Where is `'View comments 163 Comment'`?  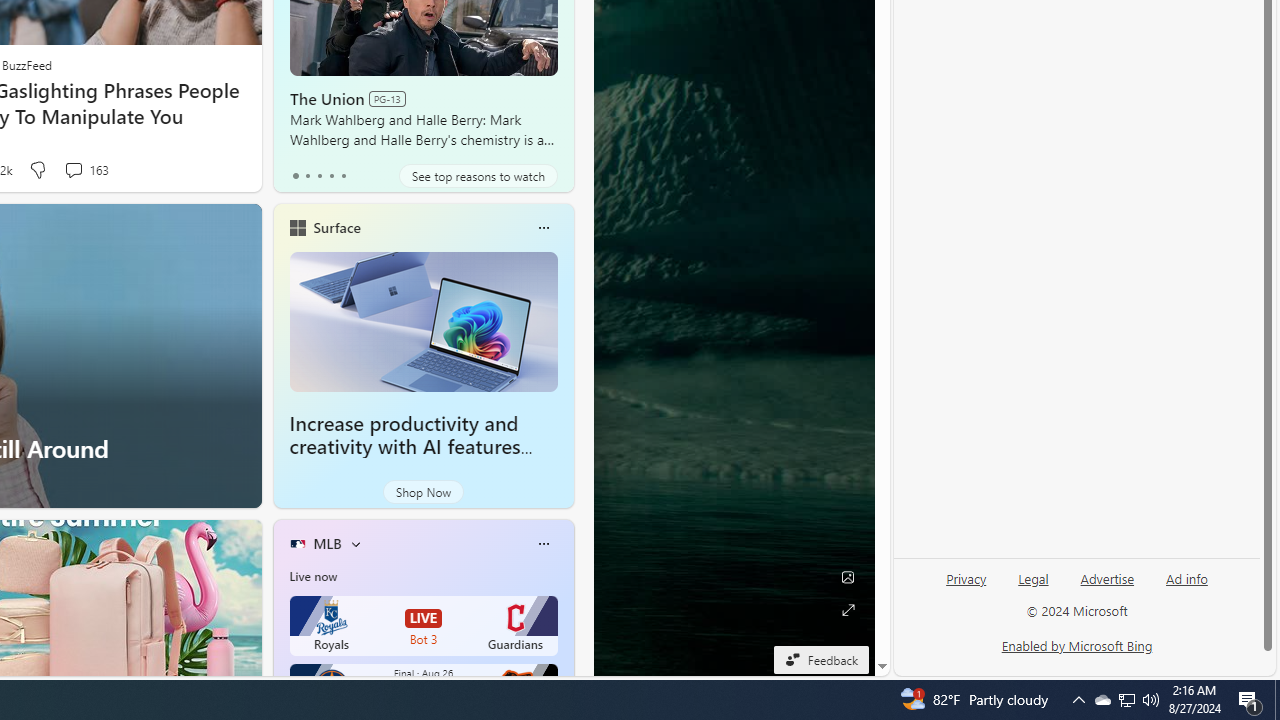 'View comments 163 Comment' is located at coordinates (84, 169).